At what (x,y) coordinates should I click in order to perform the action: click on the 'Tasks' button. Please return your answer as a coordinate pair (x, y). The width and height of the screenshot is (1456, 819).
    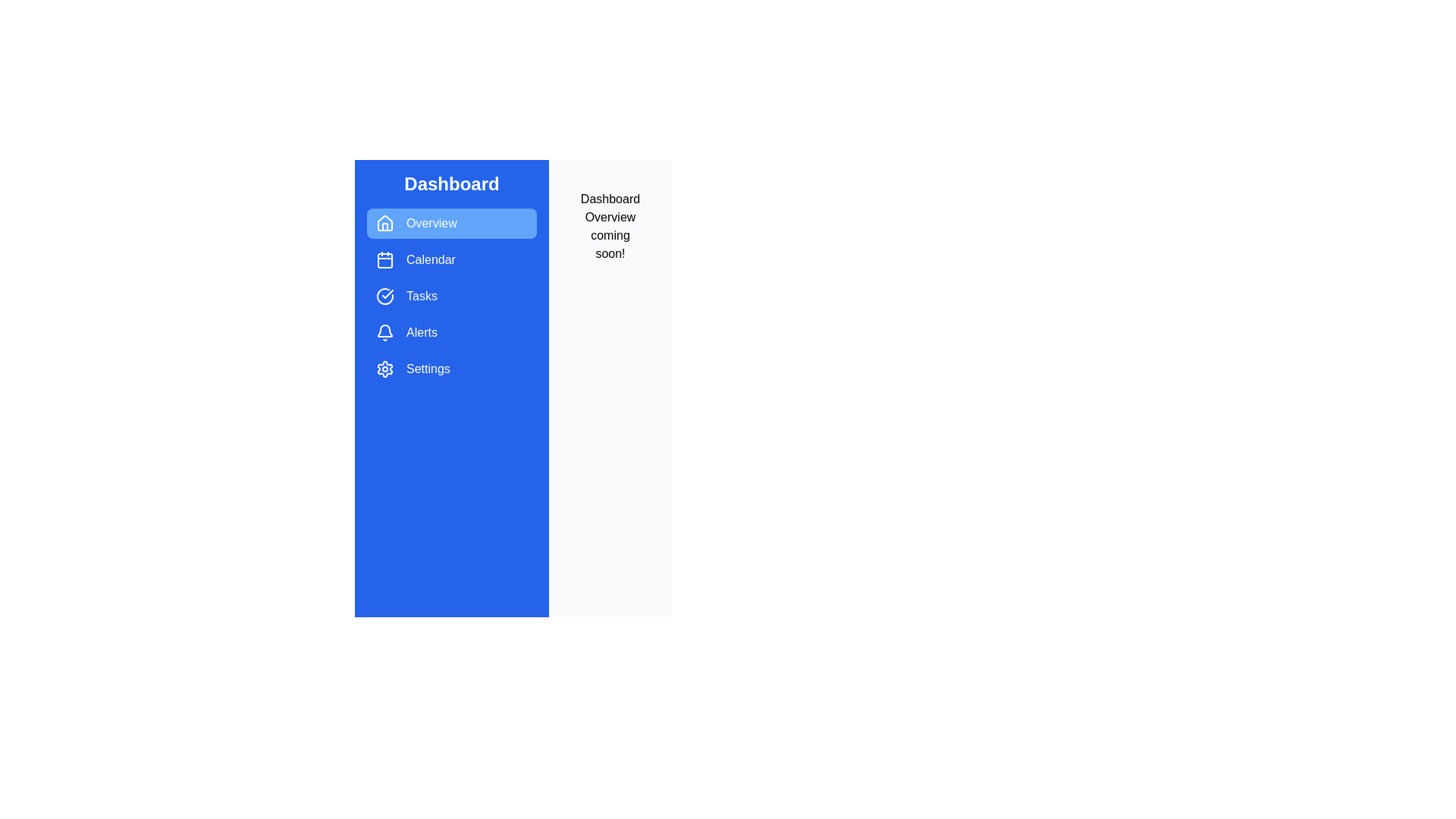
    Looking at the image, I should click on (450, 296).